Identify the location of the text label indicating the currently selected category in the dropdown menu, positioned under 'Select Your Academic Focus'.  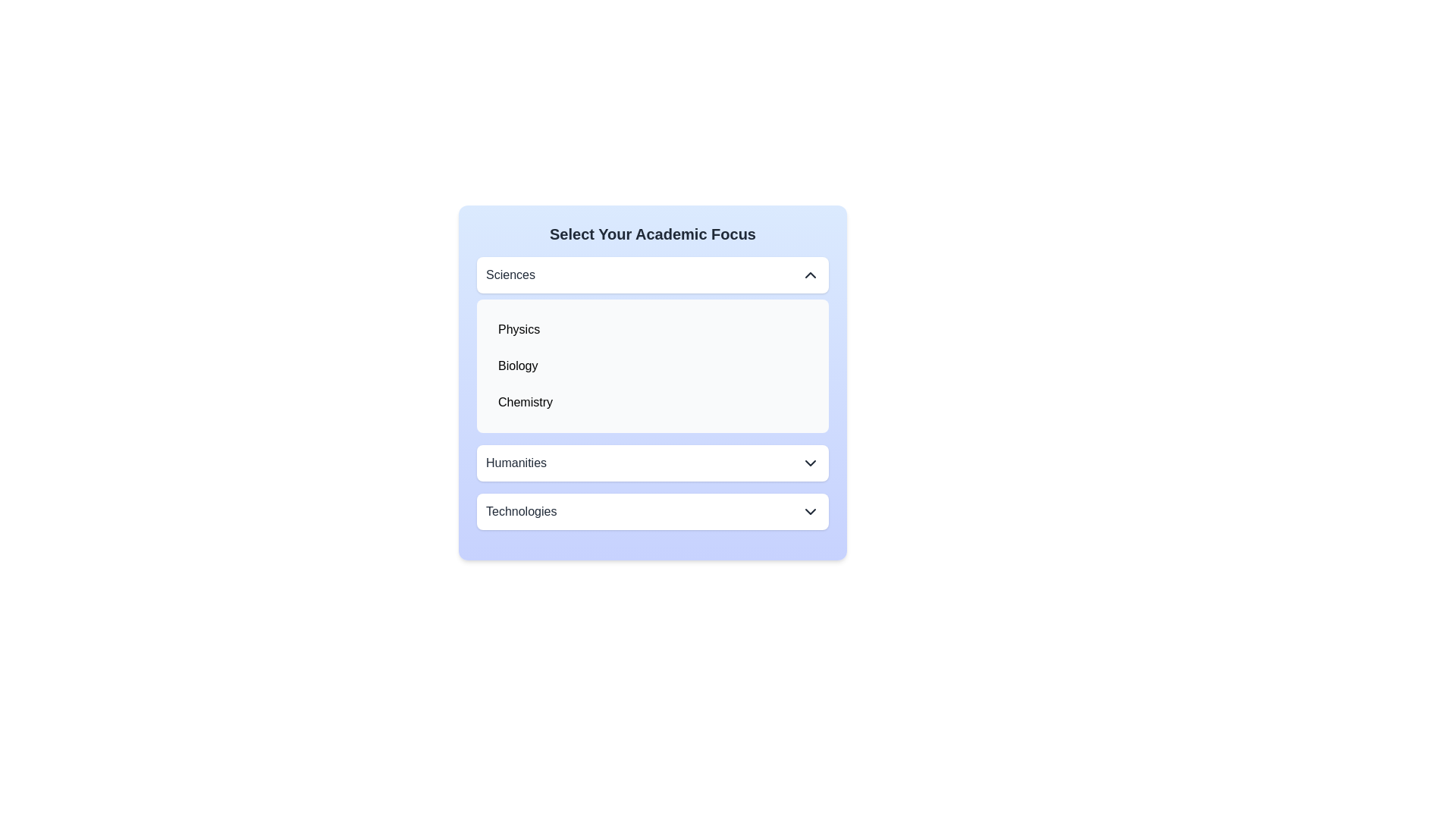
(510, 275).